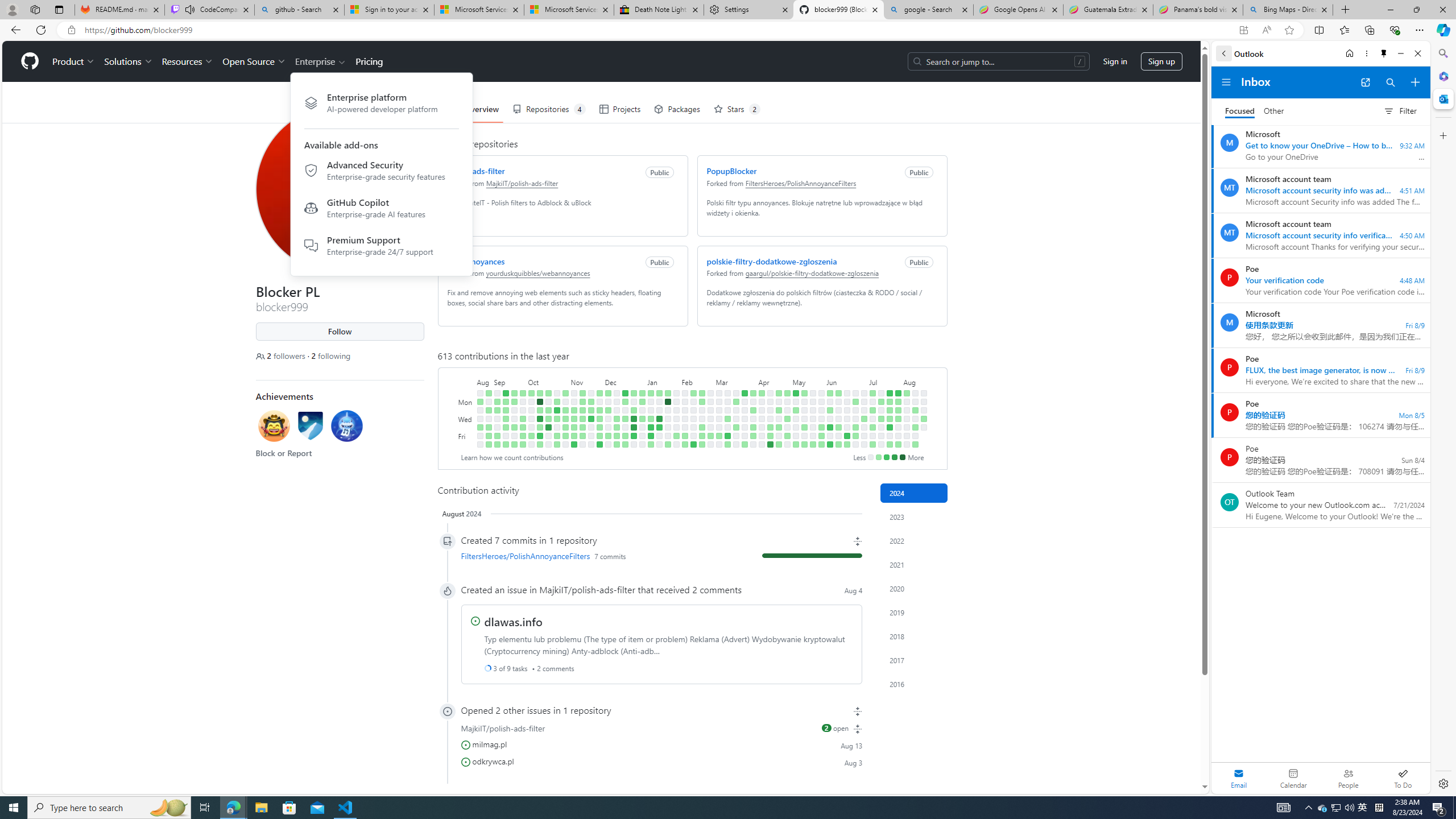  What do you see at coordinates (684, 418) in the screenshot?
I see `'No contributions on February 7th.'` at bounding box center [684, 418].